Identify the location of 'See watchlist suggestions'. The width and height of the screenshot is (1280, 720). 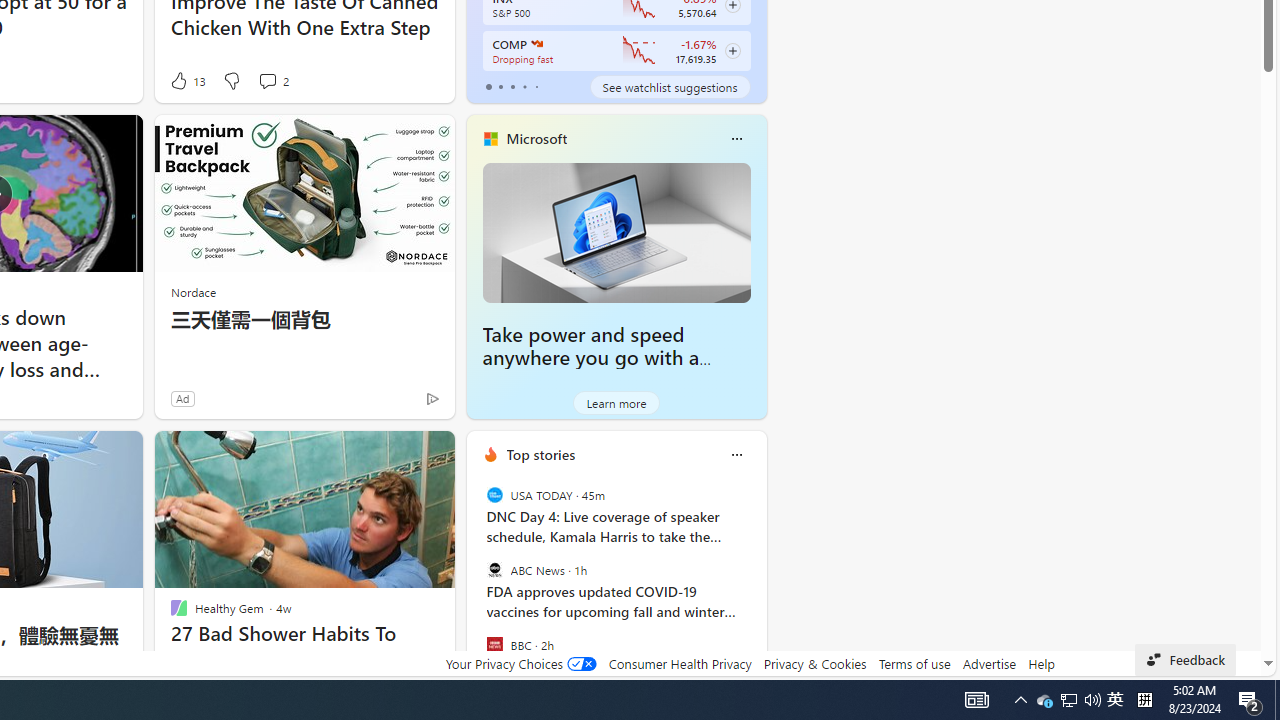
(670, 86).